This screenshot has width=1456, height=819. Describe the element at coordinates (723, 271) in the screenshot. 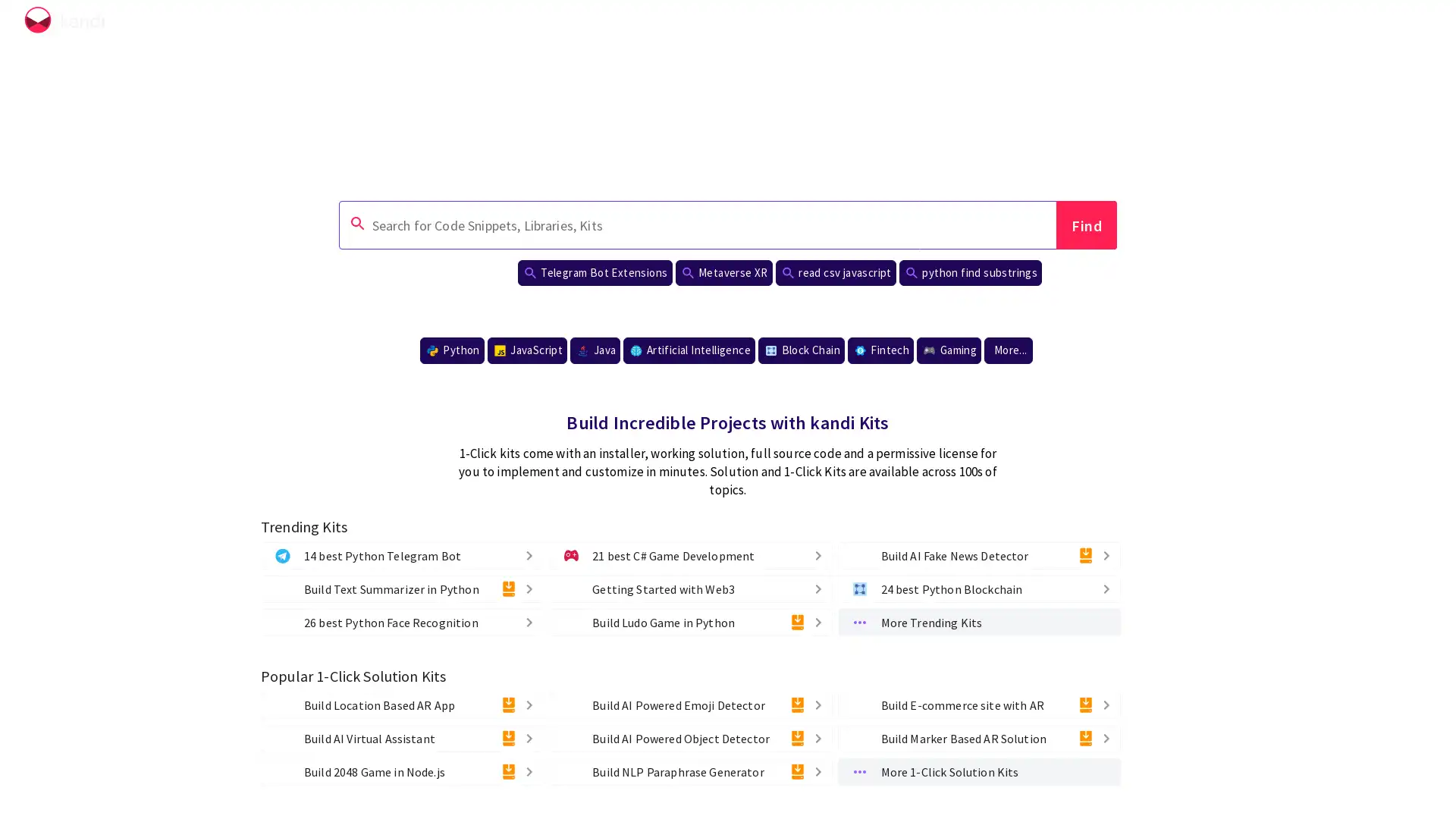

I see `search icon Metaverse XR` at that location.